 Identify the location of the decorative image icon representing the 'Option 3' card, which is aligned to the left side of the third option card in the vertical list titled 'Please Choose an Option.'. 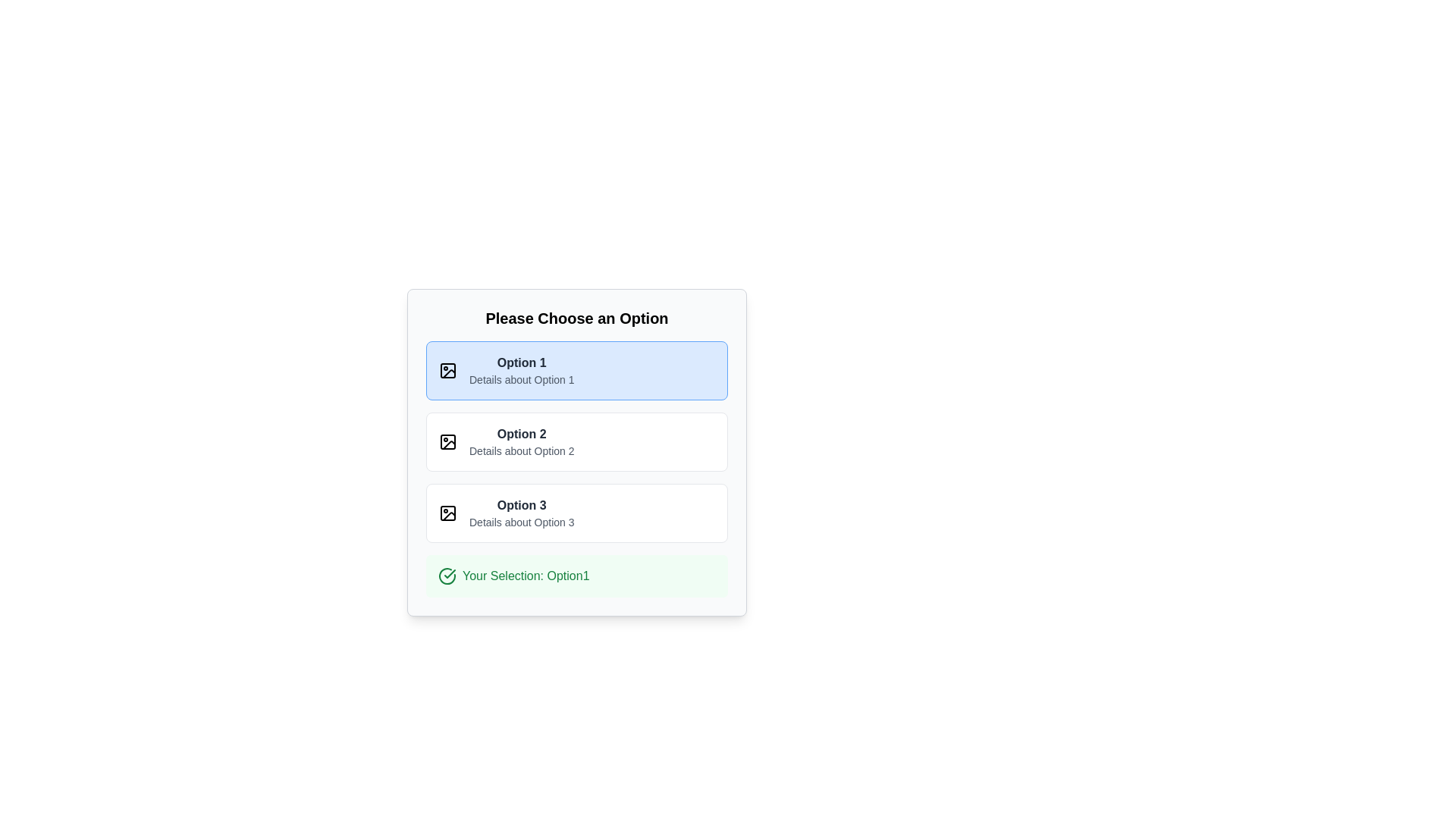
(447, 513).